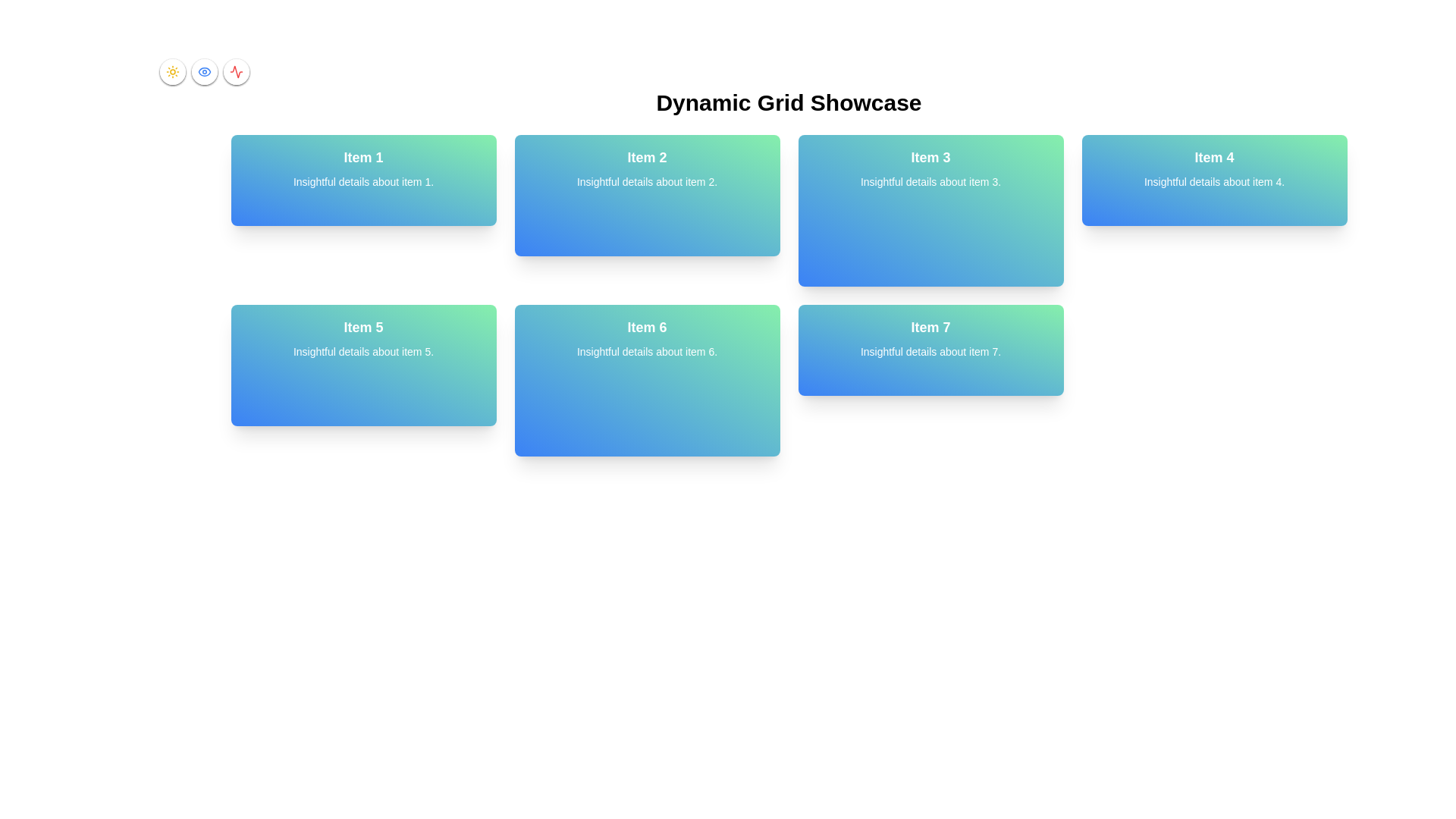 This screenshot has height=819, width=1456. What do you see at coordinates (362, 351) in the screenshot?
I see `the static text element providing additional information about 'Item 5', located in the lower section of the card labeled 'Item 5' in the second row of a grid layout` at bounding box center [362, 351].